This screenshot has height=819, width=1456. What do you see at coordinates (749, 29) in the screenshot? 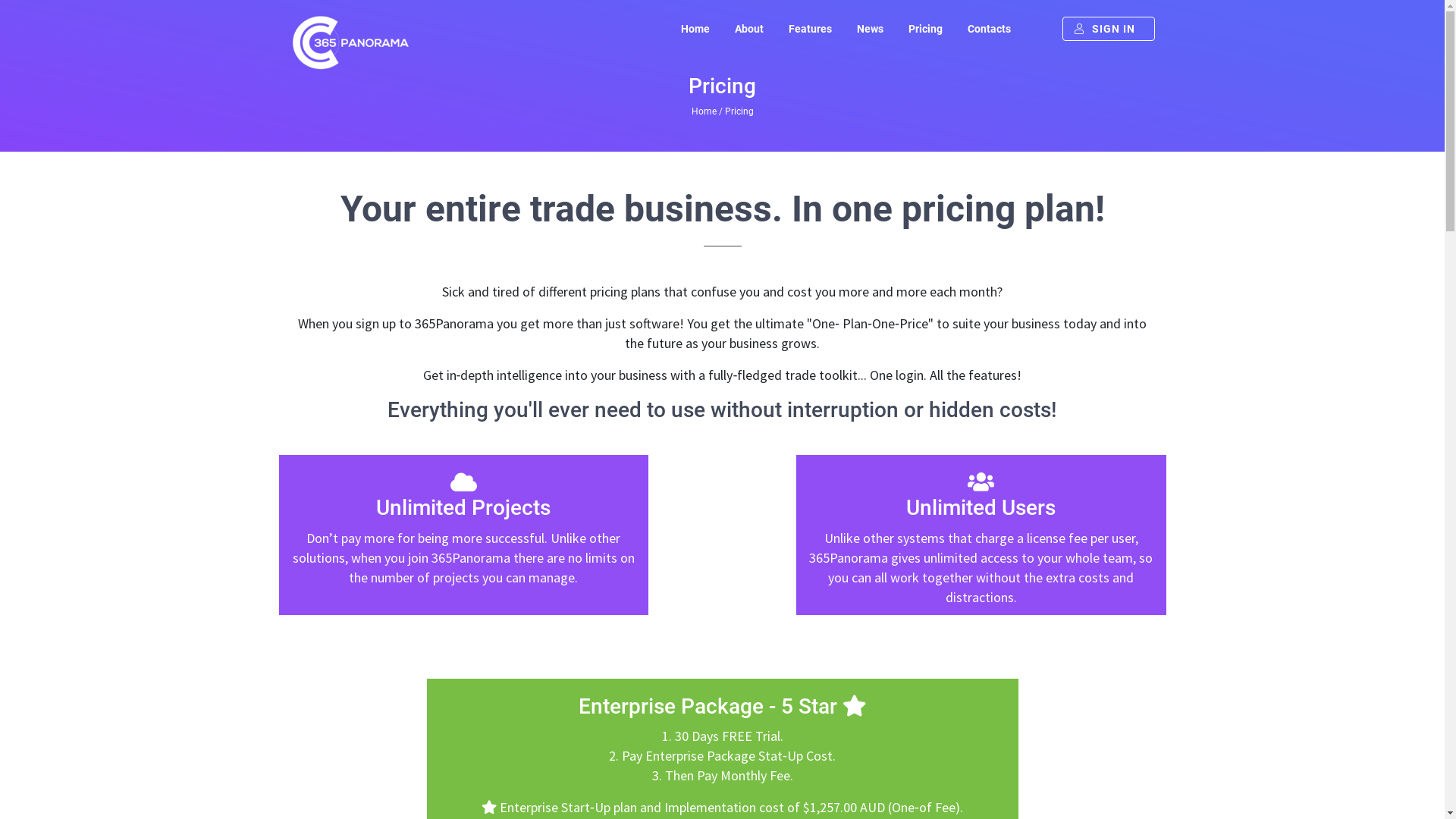
I see `'About'` at bounding box center [749, 29].